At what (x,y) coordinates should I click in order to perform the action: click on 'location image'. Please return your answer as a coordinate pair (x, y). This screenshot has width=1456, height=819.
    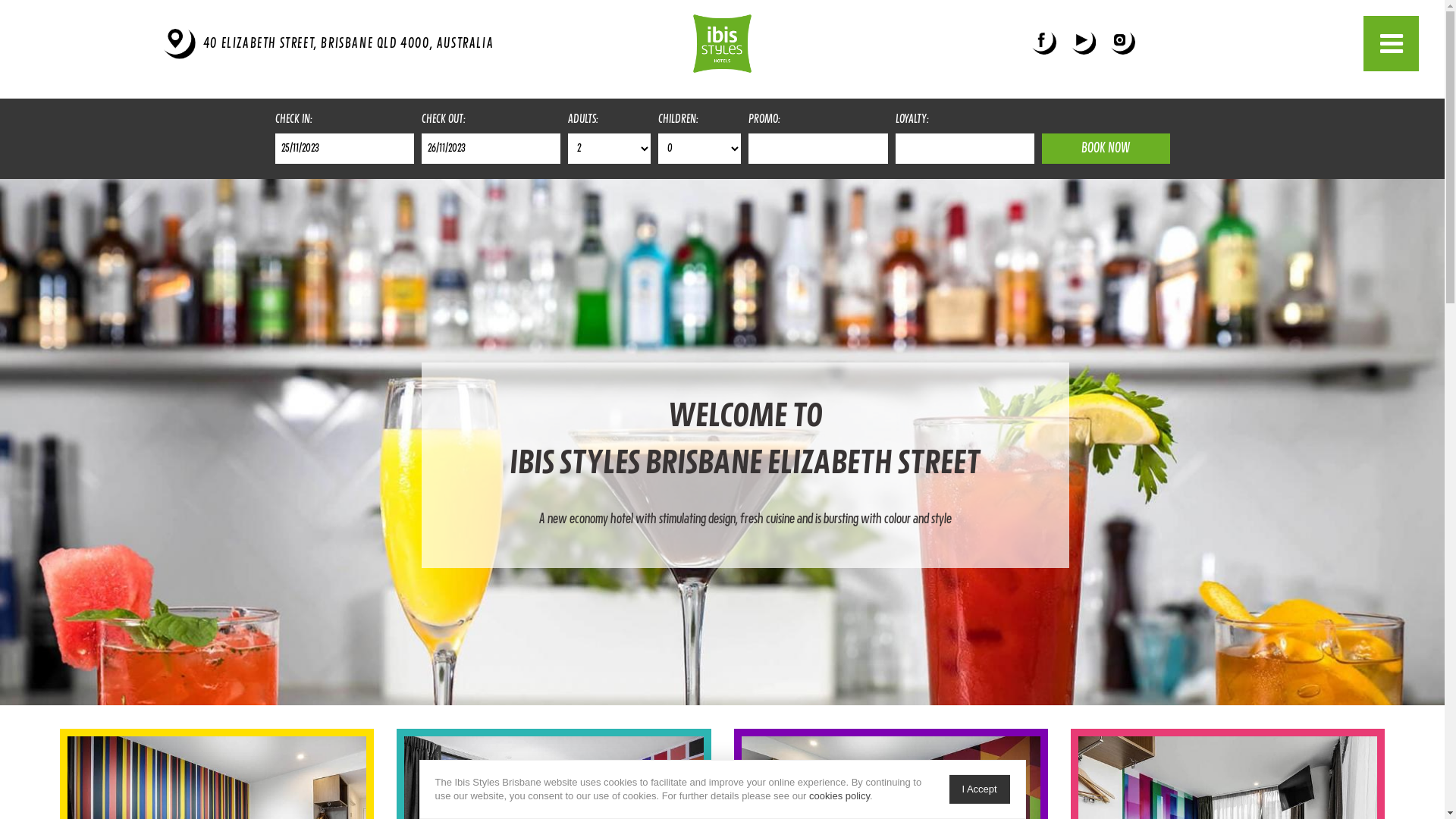
    Looking at the image, I should click on (164, 42).